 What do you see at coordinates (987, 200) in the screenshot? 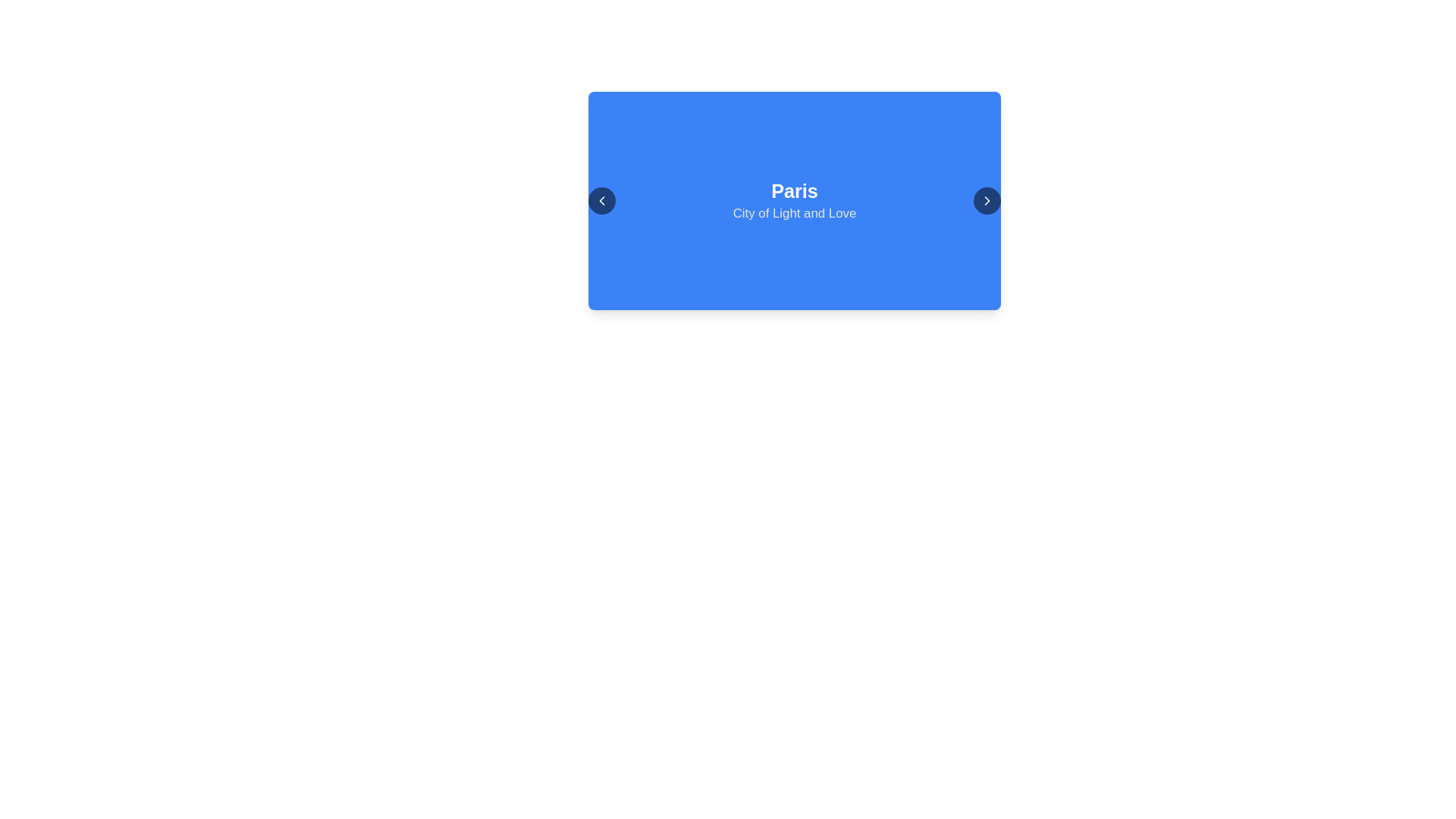
I see `the right-pointing chevron icon within the navigation button located on the right edge of the blue card` at bounding box center [987, 200].